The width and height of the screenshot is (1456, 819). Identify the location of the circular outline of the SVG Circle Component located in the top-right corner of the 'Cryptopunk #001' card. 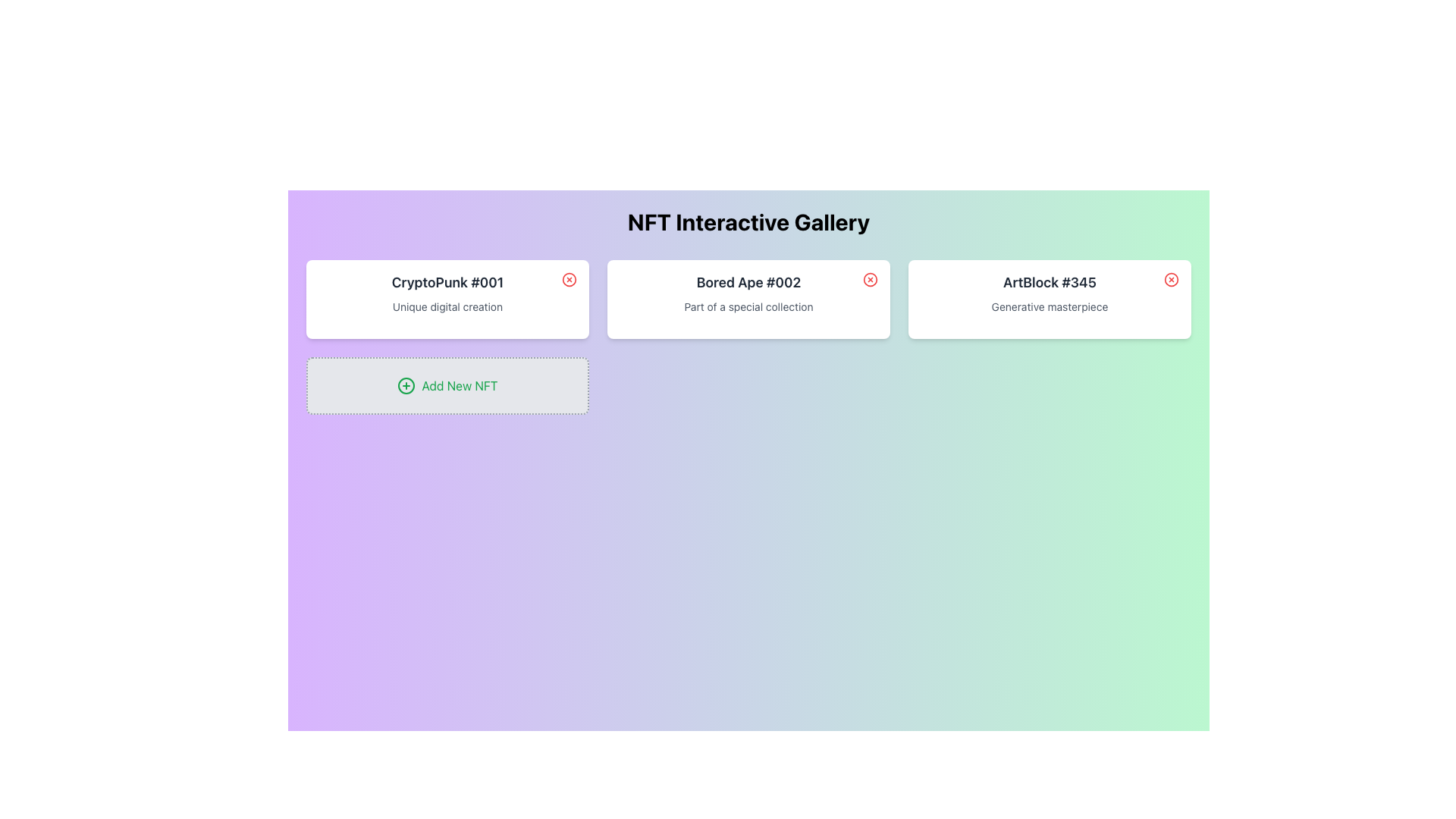
(568, 280).